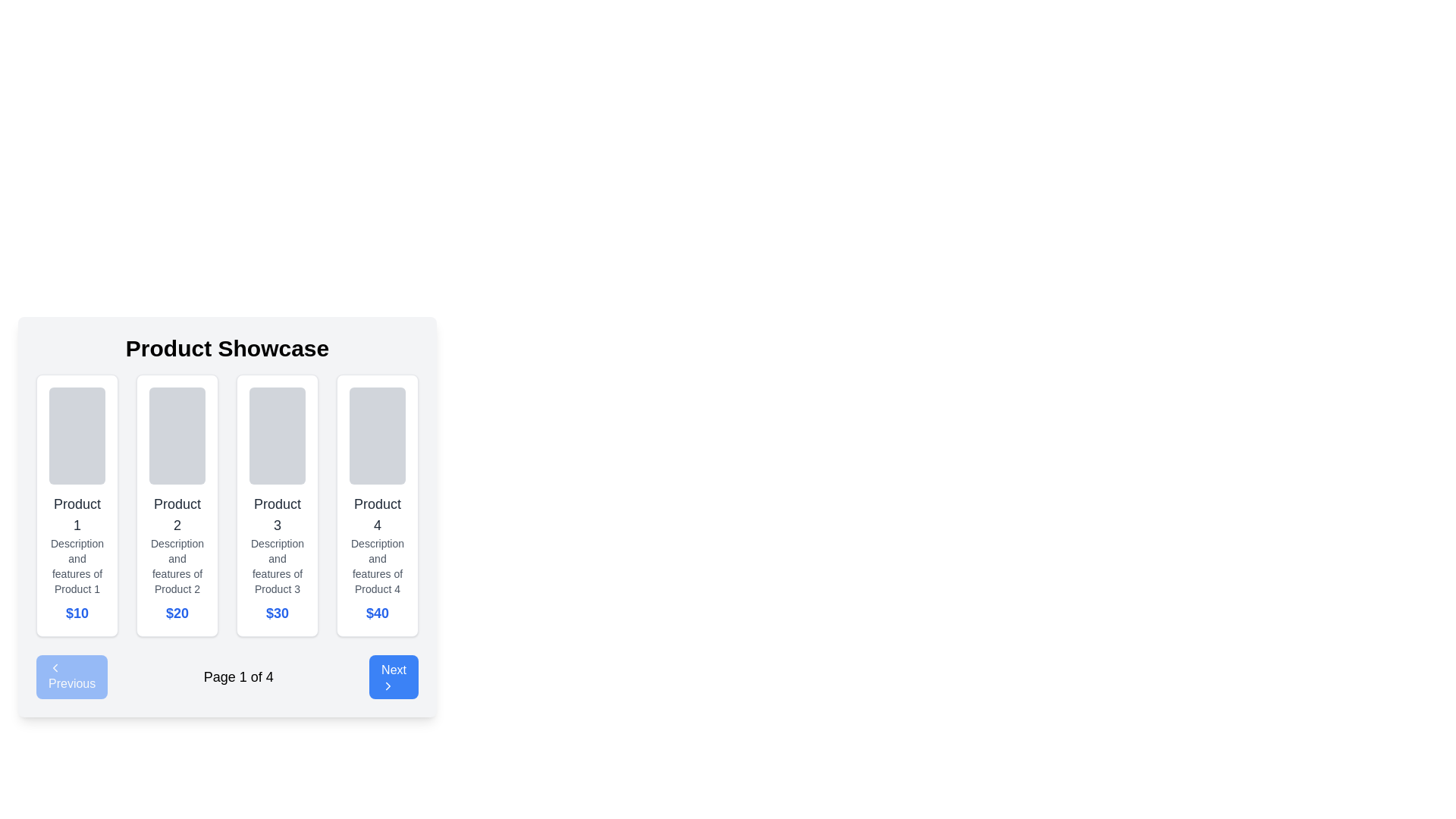 The height and width of the screenshot is (819, 1456). I want to click on the rounded rectangular button with a blue background and white 'Next' text to observe the hover effects, so click(394, 676).